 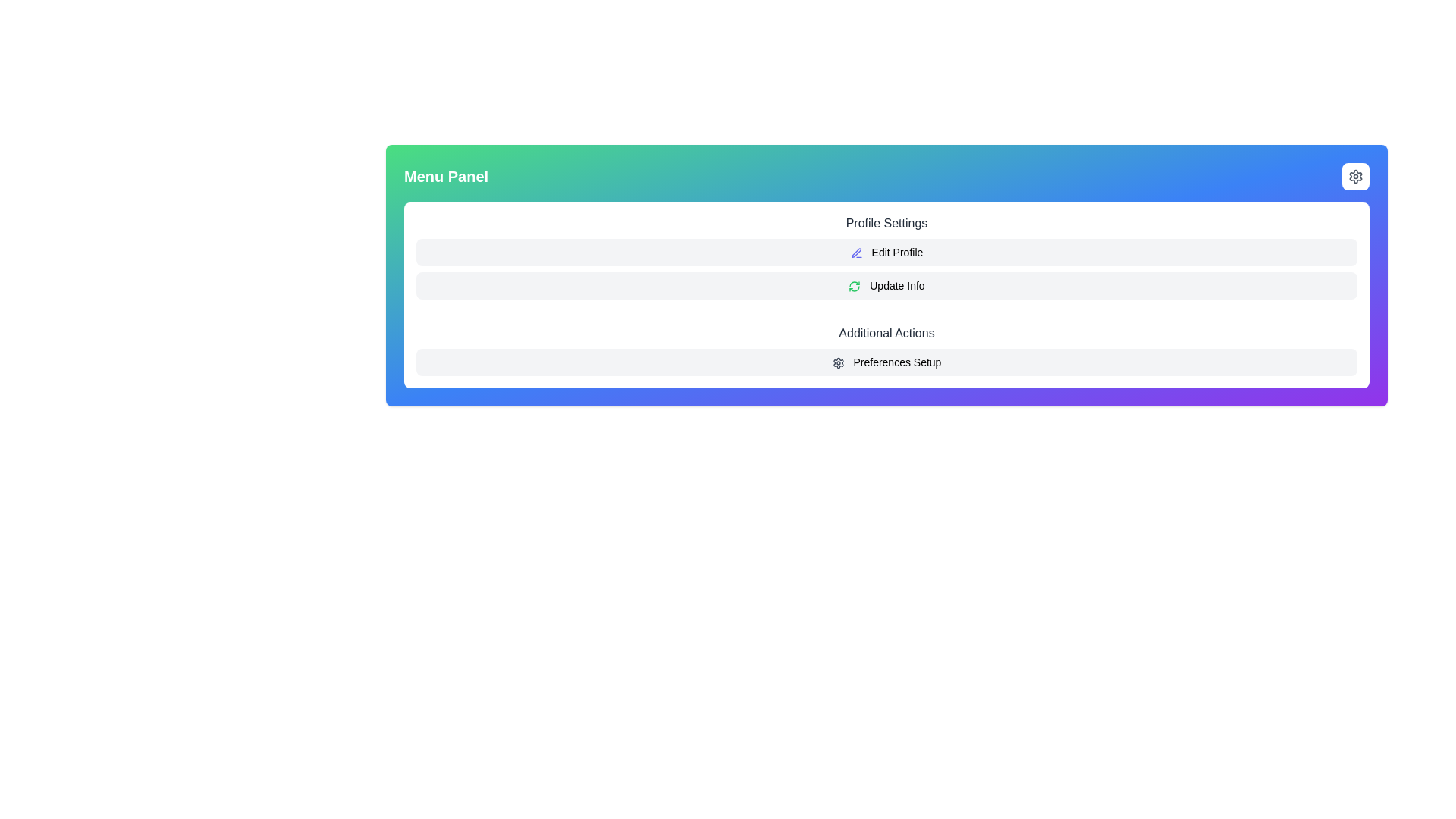 What do you see at coordinates (855, 287) in the screenshot?
I see `the refresh icon within the 'Update Info' button in the 'Profile Settings' section of the menu panel` at bounding box center [855, 287].